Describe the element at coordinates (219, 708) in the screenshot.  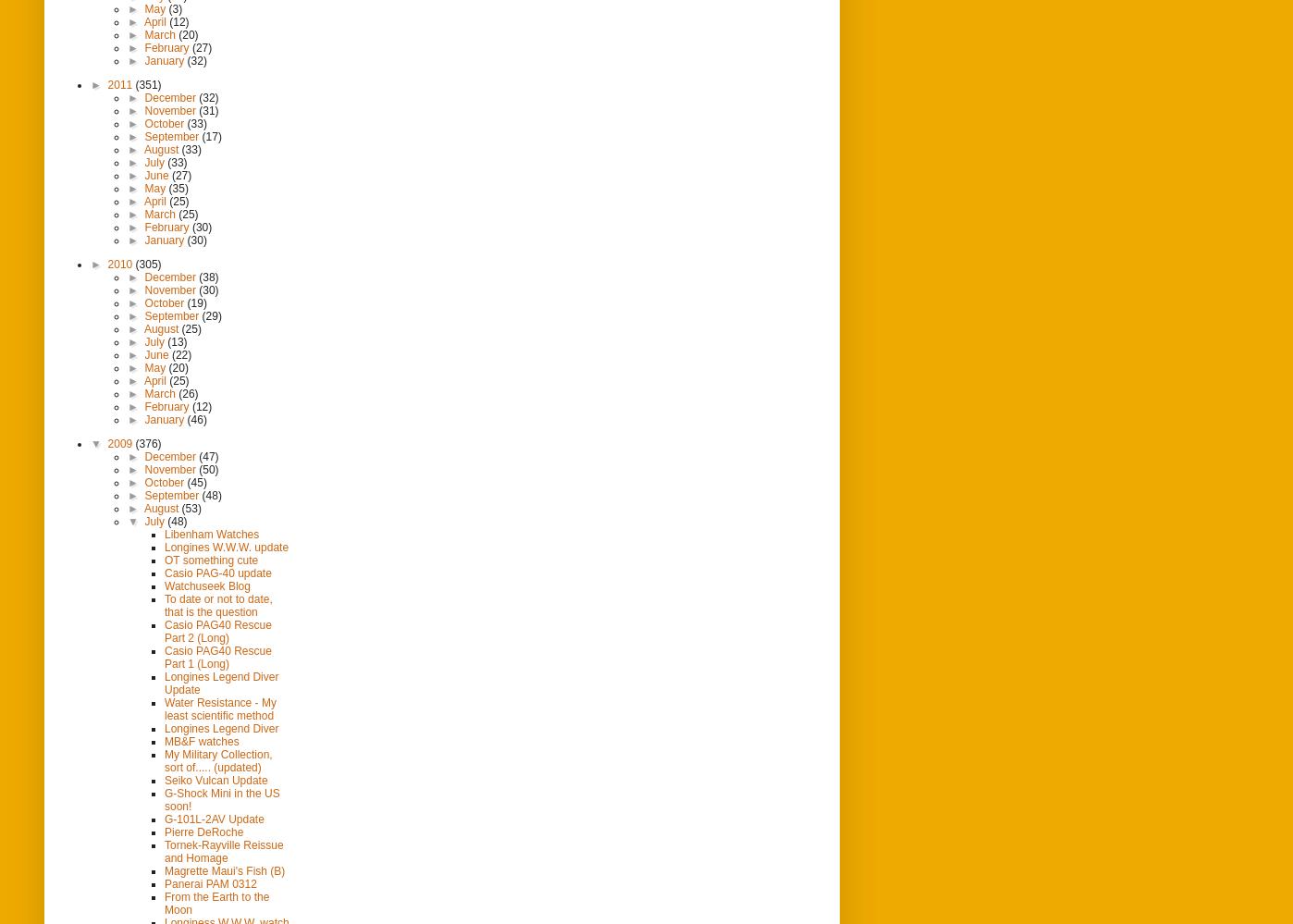
I see `'Water Resistance - My least scientific method'` at that location.